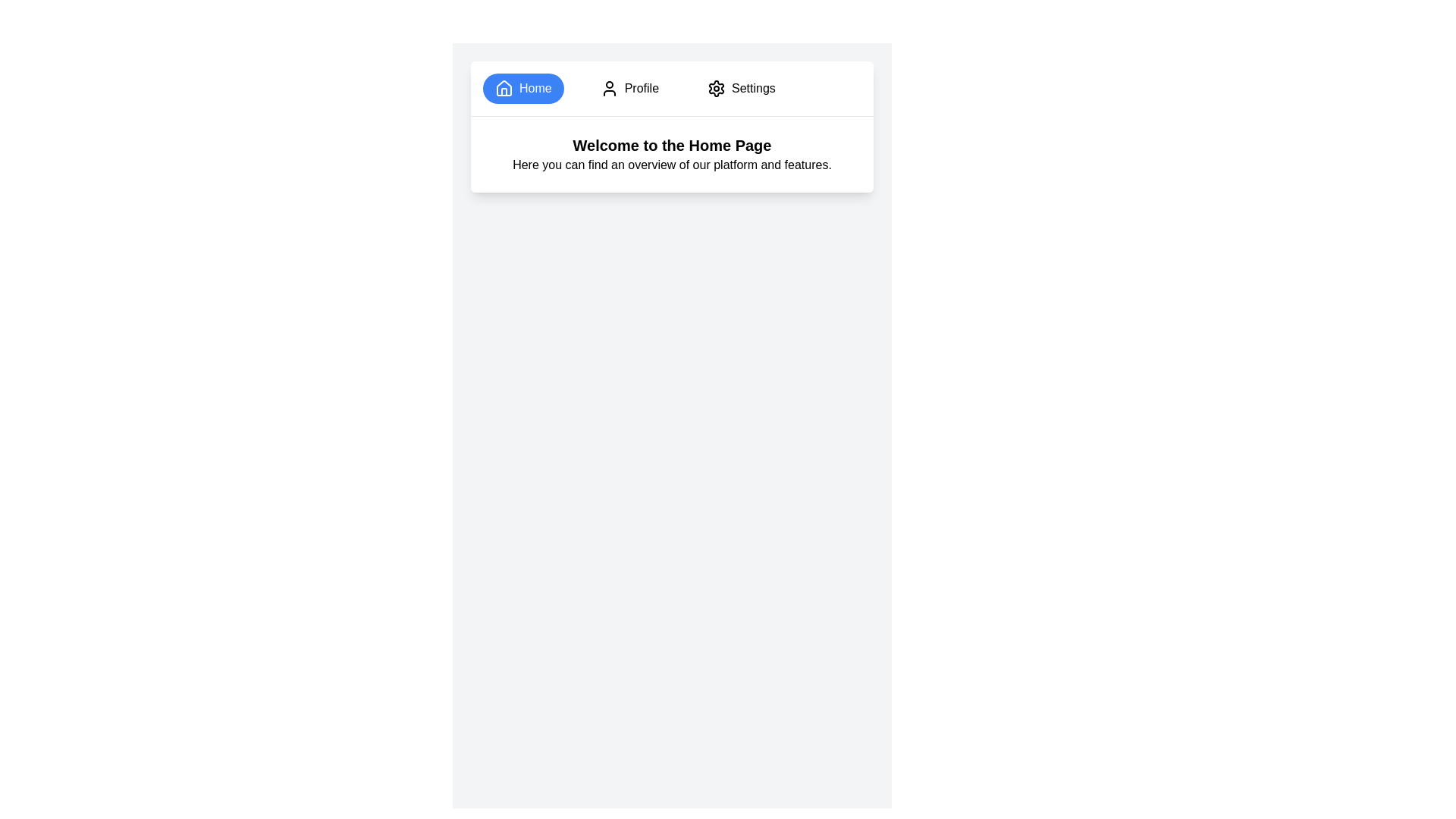  Describe the element at coordinates (671, 155) in the screenshot. I see `the text block displaying 'Welcome to the Home Page' and its description below the header section` at that location.